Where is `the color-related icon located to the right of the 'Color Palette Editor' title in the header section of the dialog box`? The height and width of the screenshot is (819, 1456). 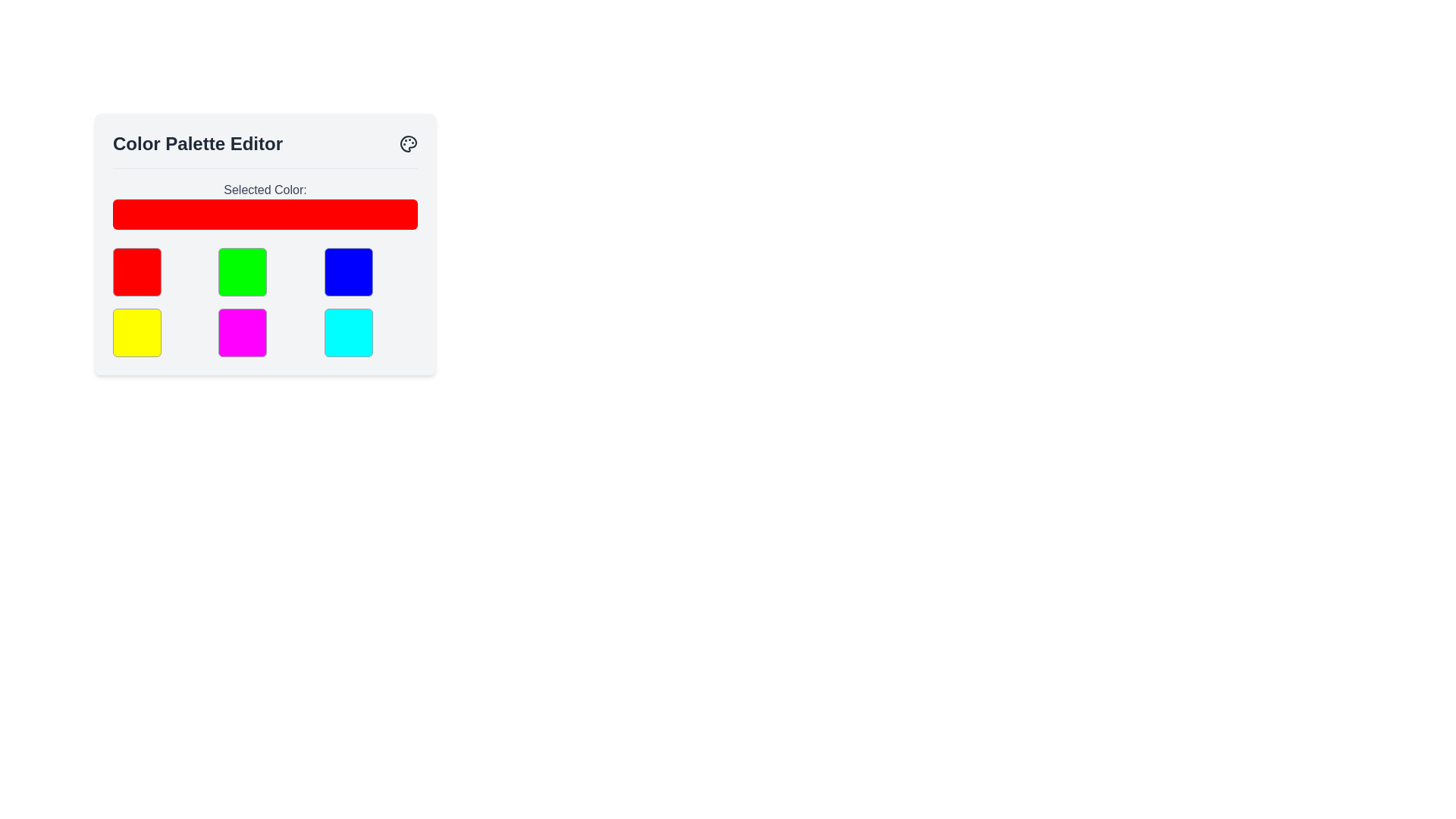 the color-related icon located to the right of the 'Color Palette Editor' title in the header section of the dialog box is located at coordinates (408, 143).